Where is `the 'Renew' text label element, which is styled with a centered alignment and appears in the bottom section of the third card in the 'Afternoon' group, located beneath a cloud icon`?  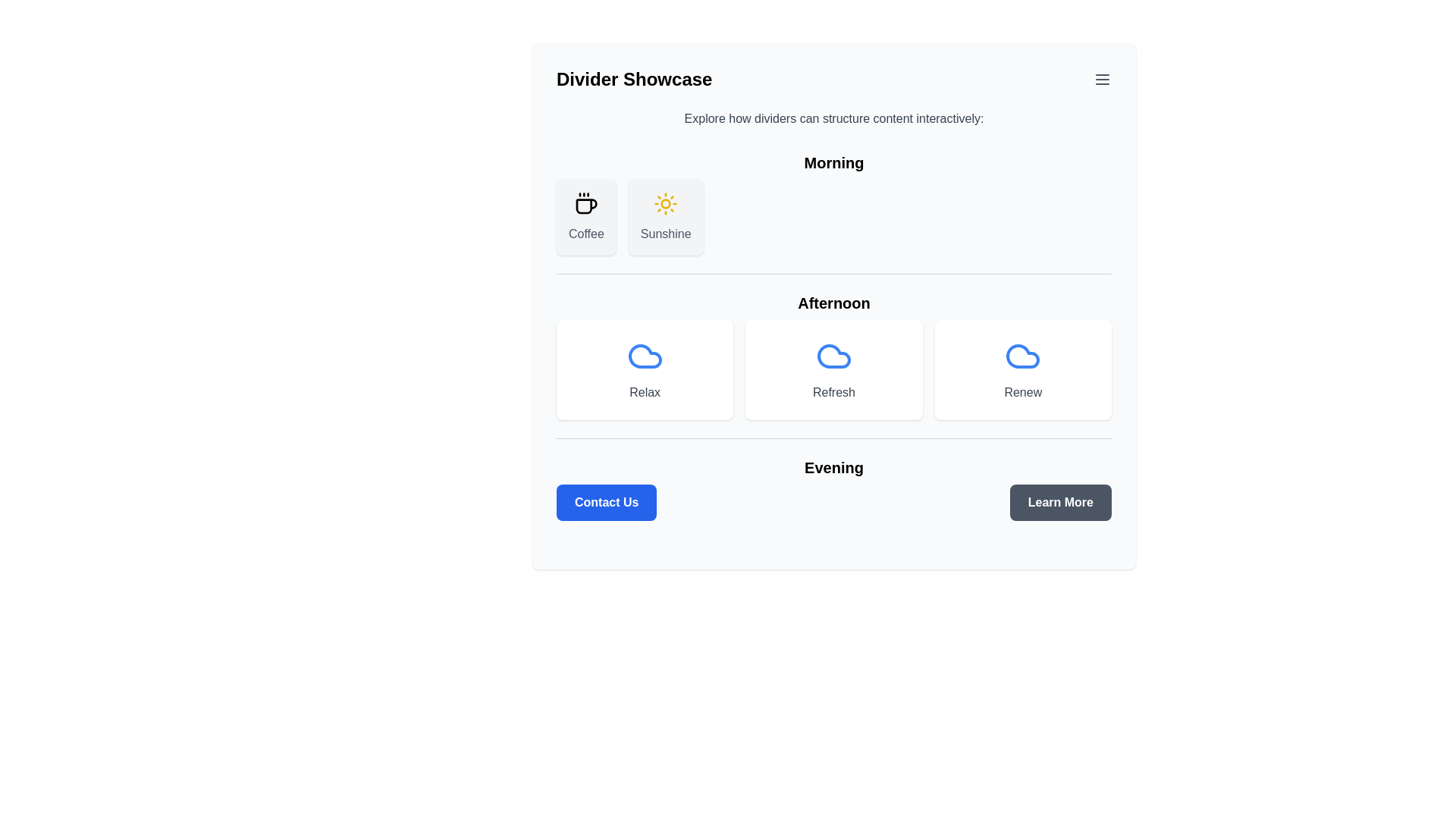 the 'Renew' text label element, which is styled with a centered alignment and appears in the bottom section of the third card in the 'Afternoon' group, located beneath a cloud icon is located at coordinates (1023, 391).